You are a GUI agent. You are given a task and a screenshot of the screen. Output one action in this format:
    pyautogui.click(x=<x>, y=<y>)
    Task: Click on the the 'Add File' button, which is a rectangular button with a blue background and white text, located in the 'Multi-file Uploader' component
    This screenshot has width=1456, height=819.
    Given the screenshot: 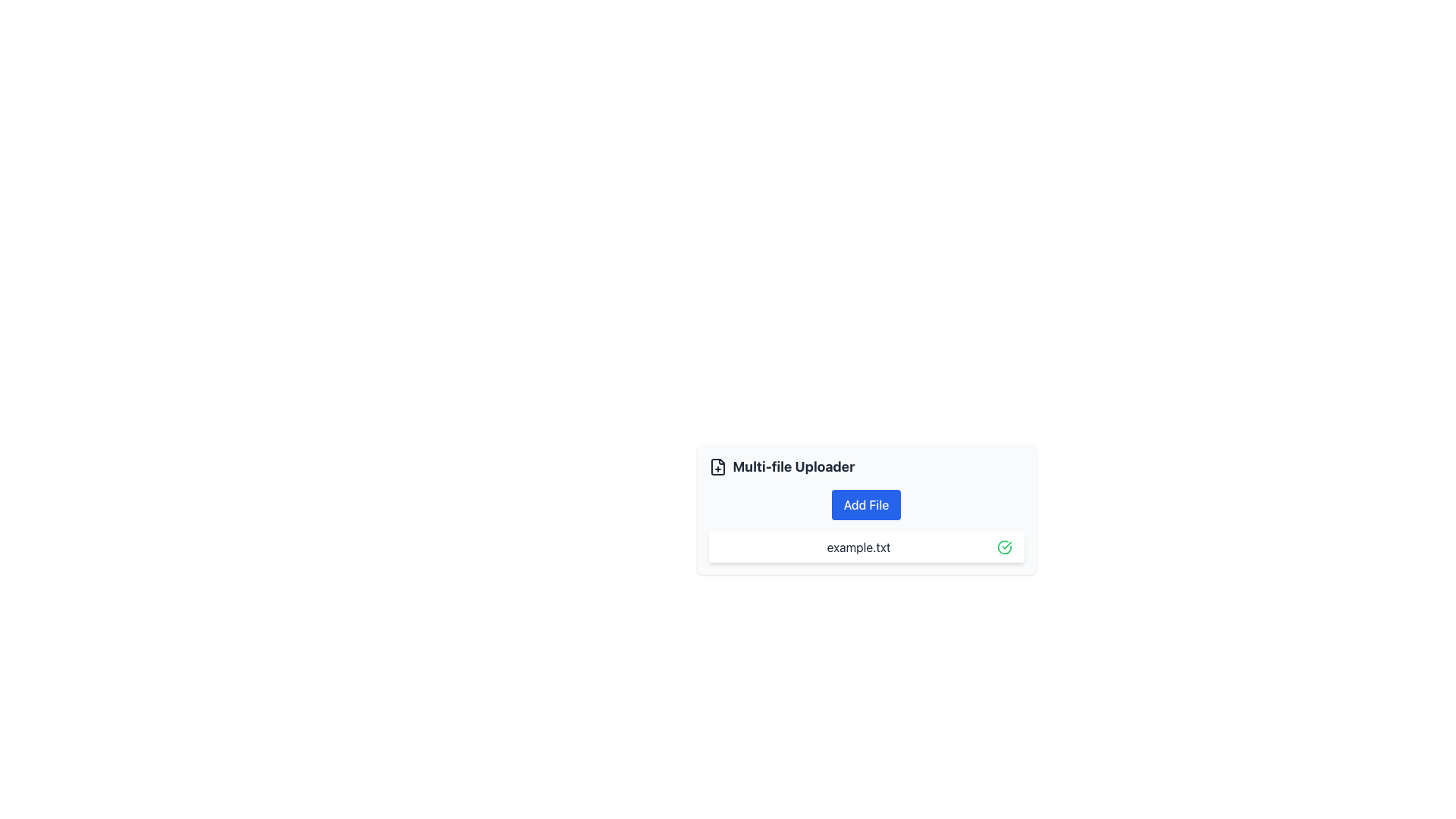 What is the action you would take?
    pyautogui.click(x=866, y=505)
    